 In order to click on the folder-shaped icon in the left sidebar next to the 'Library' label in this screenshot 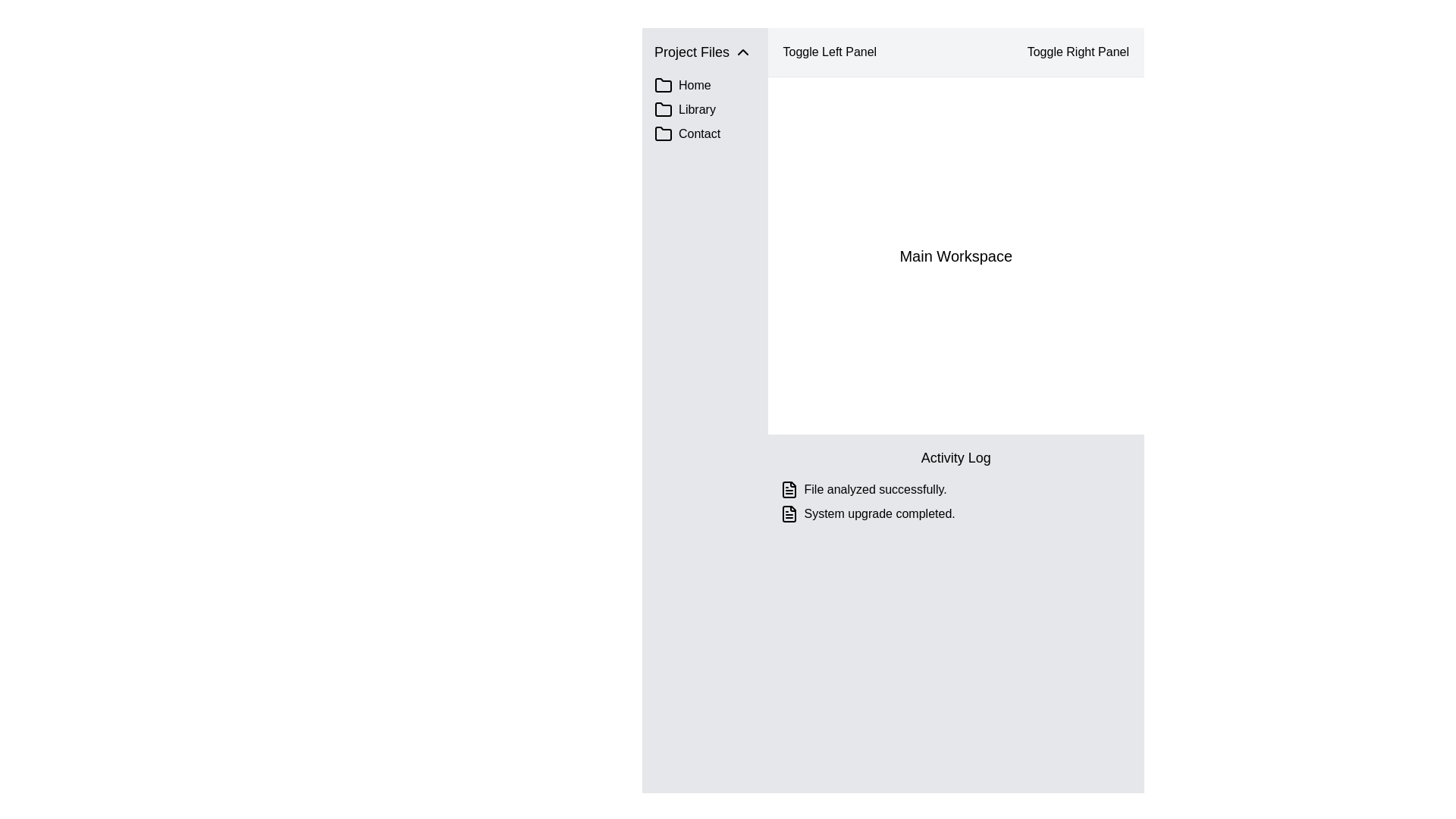, I will do `click(663, 108)`.